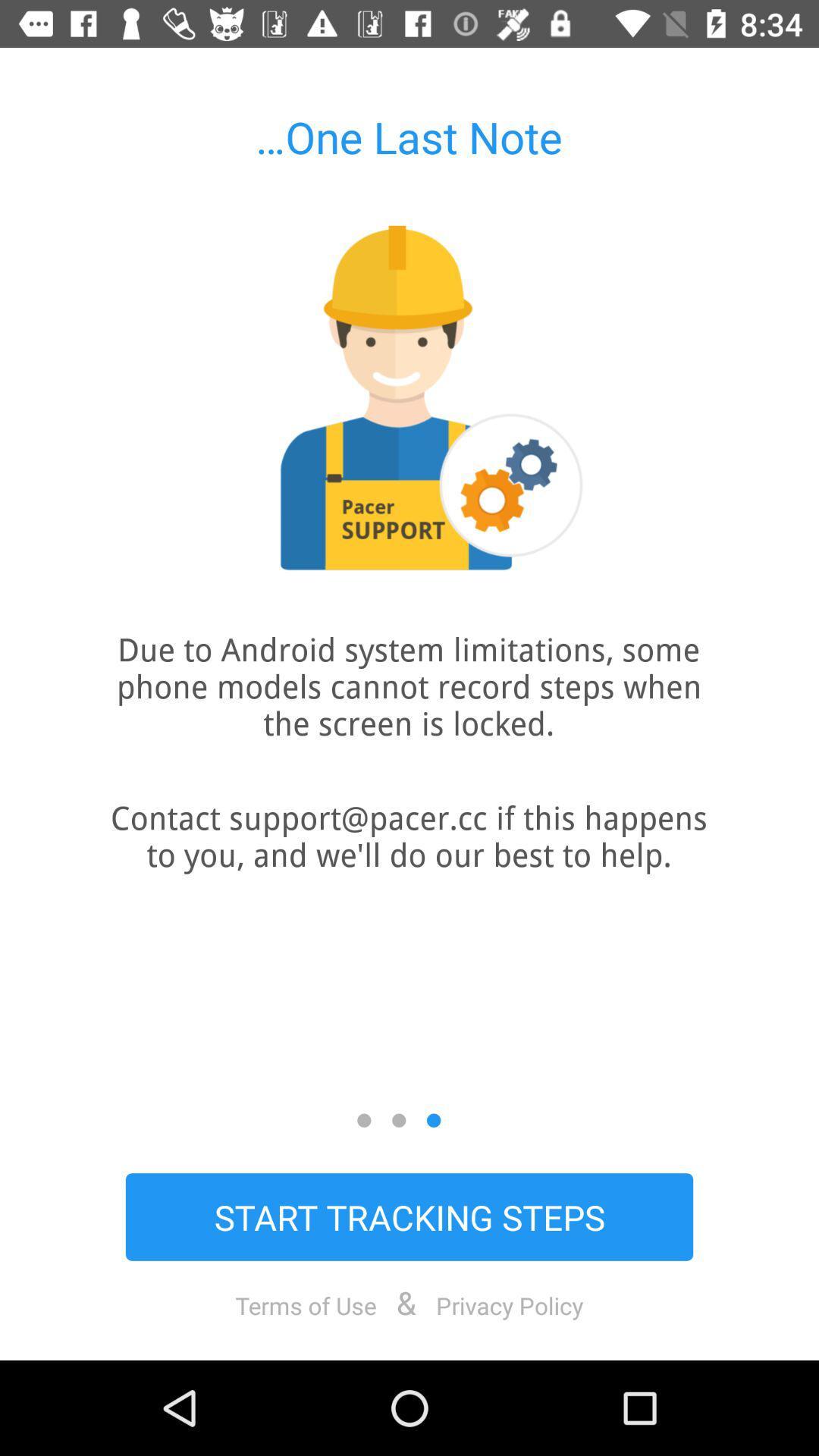 The width and height of the screenshot is (819, 1456). What do you see at coordinates (510, 1304) in the screenshot?
I see `icon below start tracking steps` at bounding box center [510, 1304].